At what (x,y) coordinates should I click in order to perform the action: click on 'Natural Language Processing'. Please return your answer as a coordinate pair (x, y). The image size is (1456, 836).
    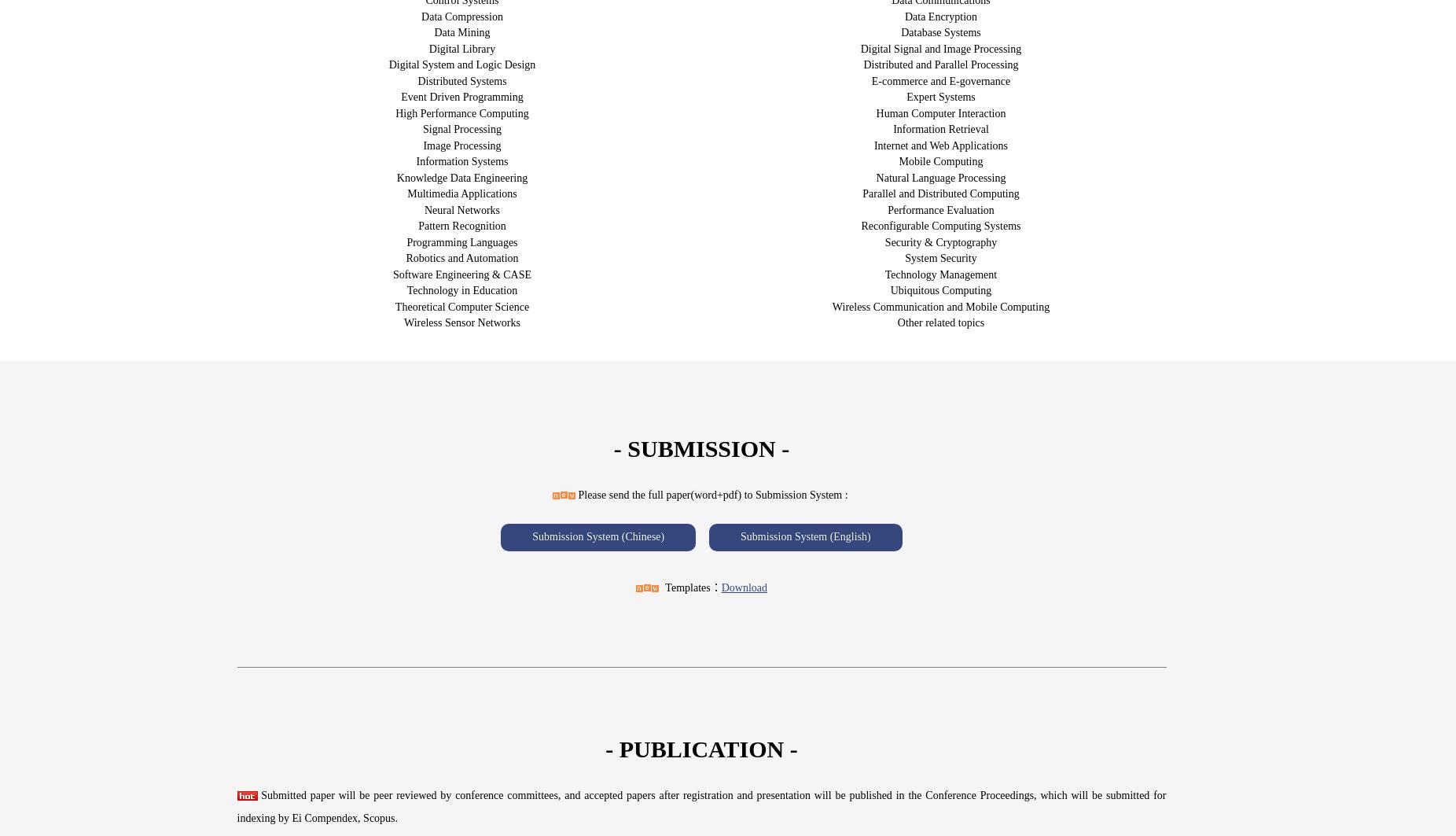
    Looking at the image, I should click on (940, 177).